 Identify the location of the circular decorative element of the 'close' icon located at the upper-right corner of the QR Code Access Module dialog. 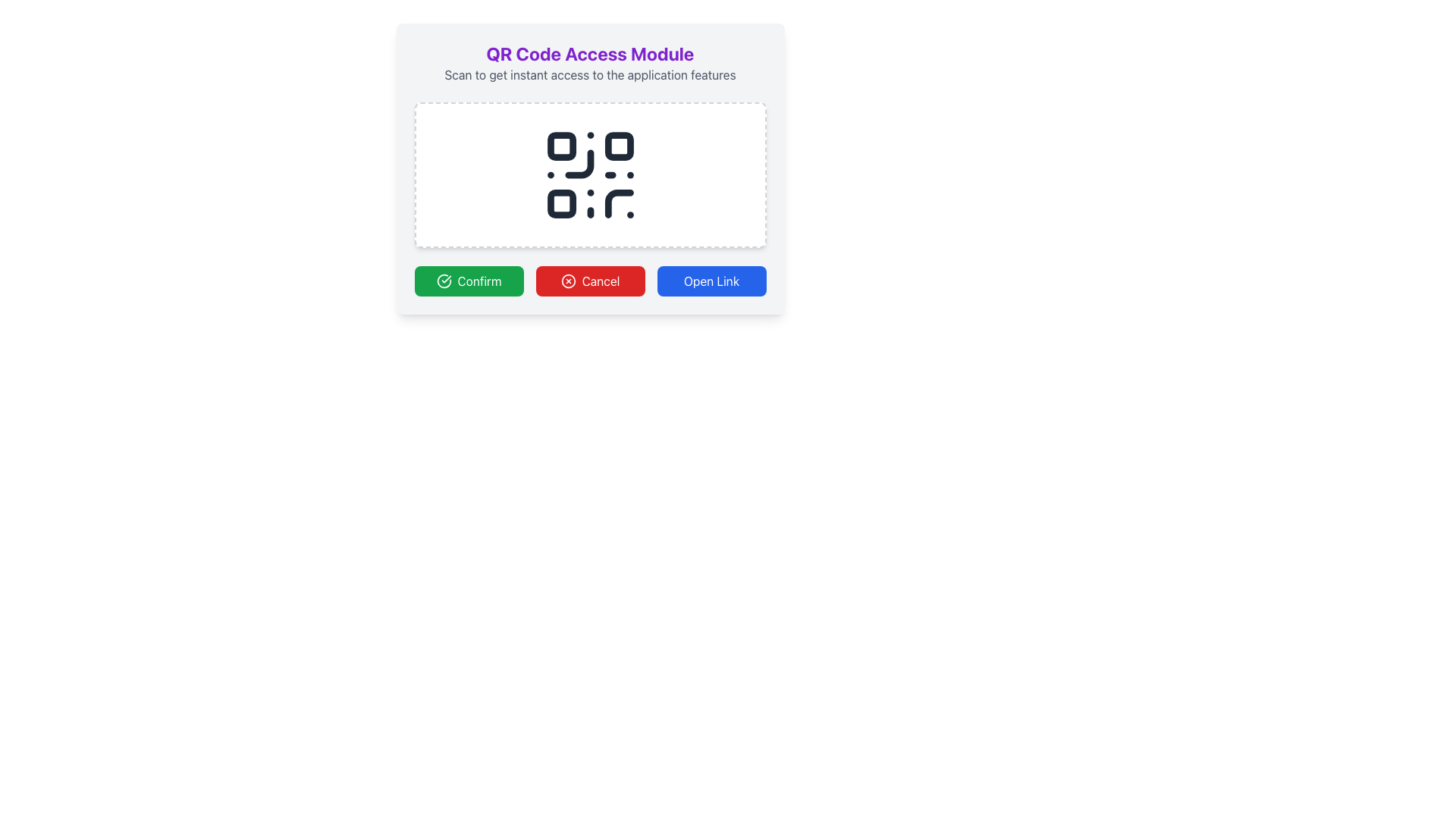
(567, 281).